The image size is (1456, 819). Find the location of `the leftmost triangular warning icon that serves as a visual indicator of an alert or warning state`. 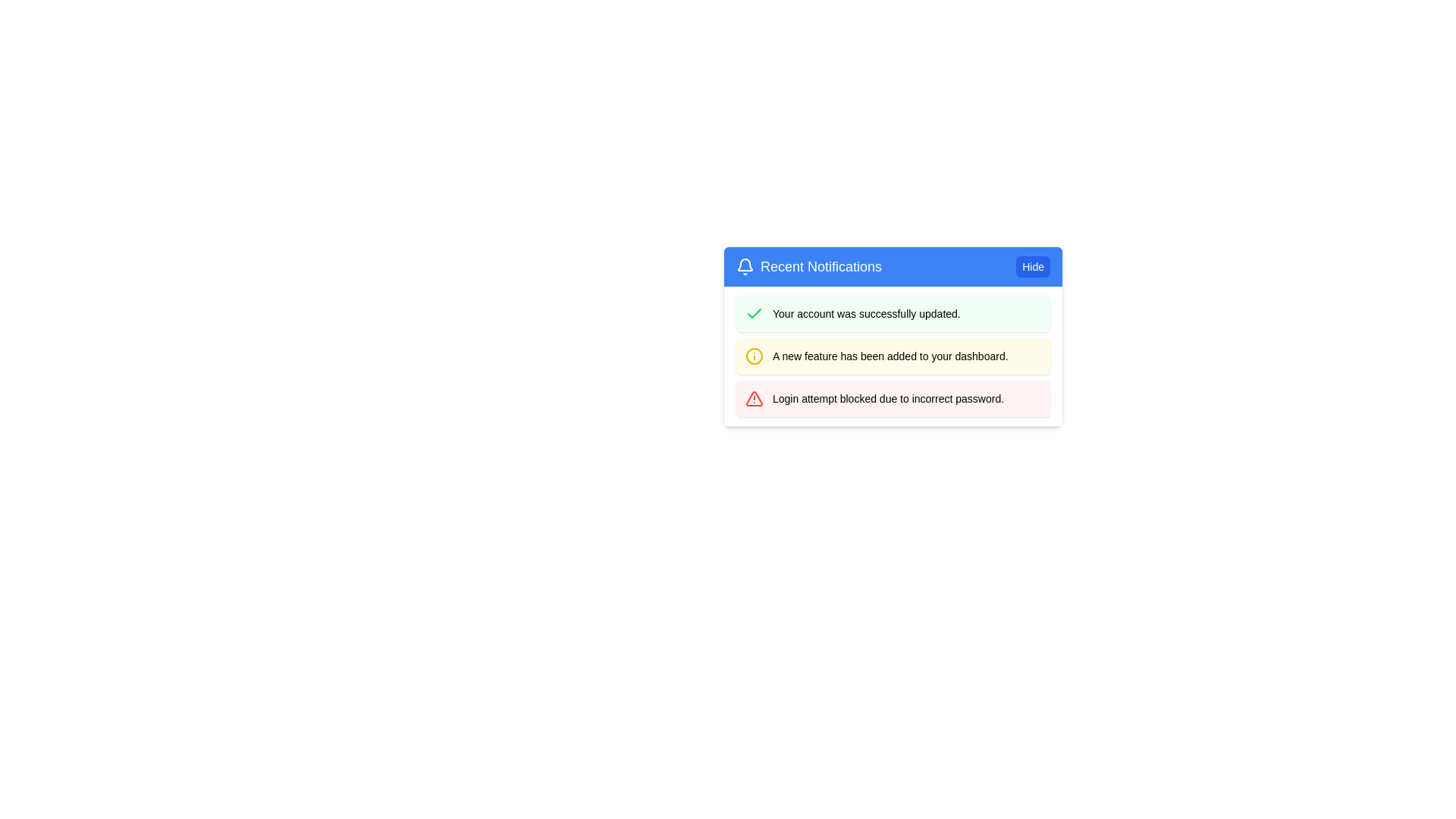

the leftmost triangular warning icon that serves as a visual indicator of an alert or warning state is located at coordinates (754, 397).